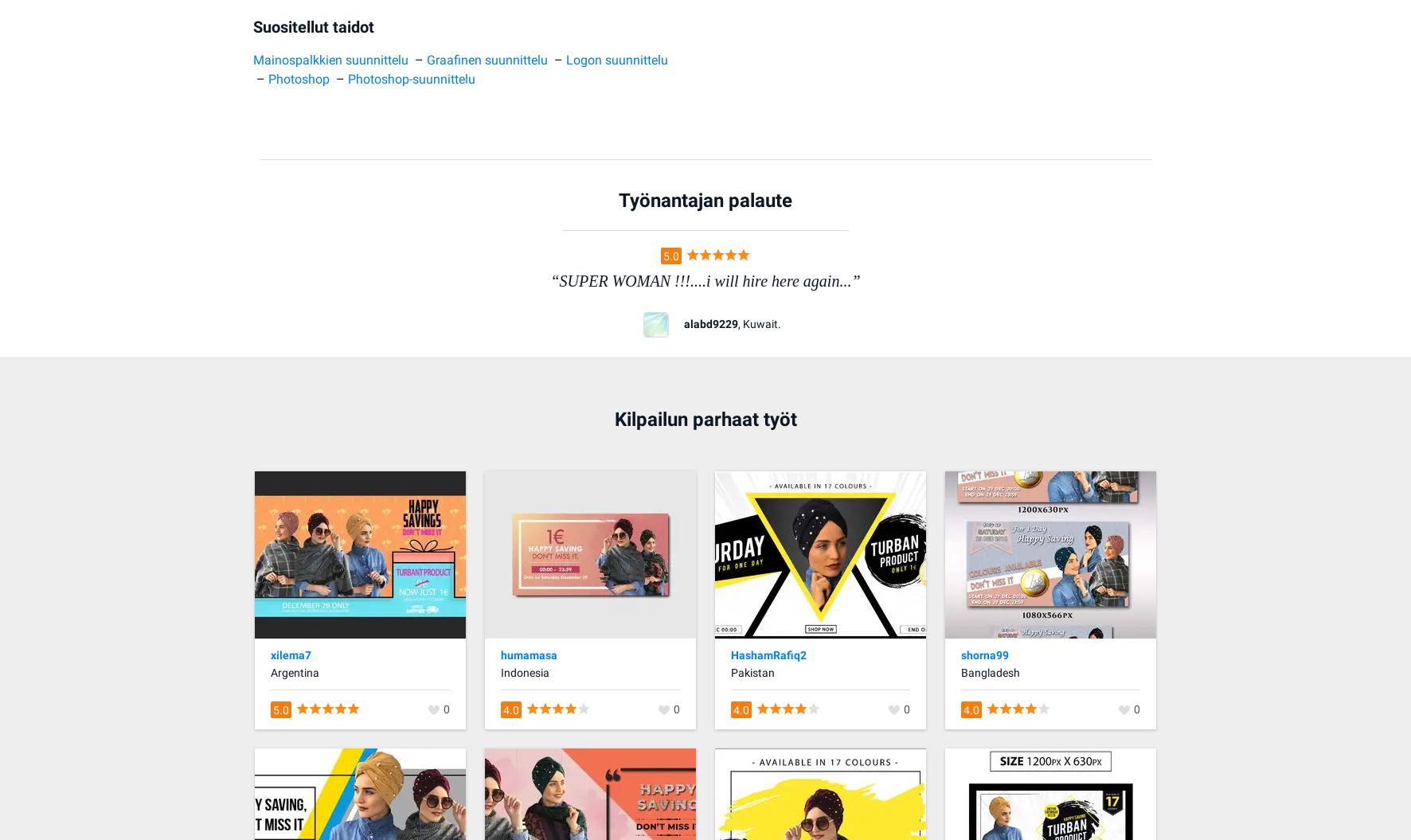  What do you see at coordinates (291, 654) in the screenshot?
I see `'xilema7'` at bounding box center [291, 654].